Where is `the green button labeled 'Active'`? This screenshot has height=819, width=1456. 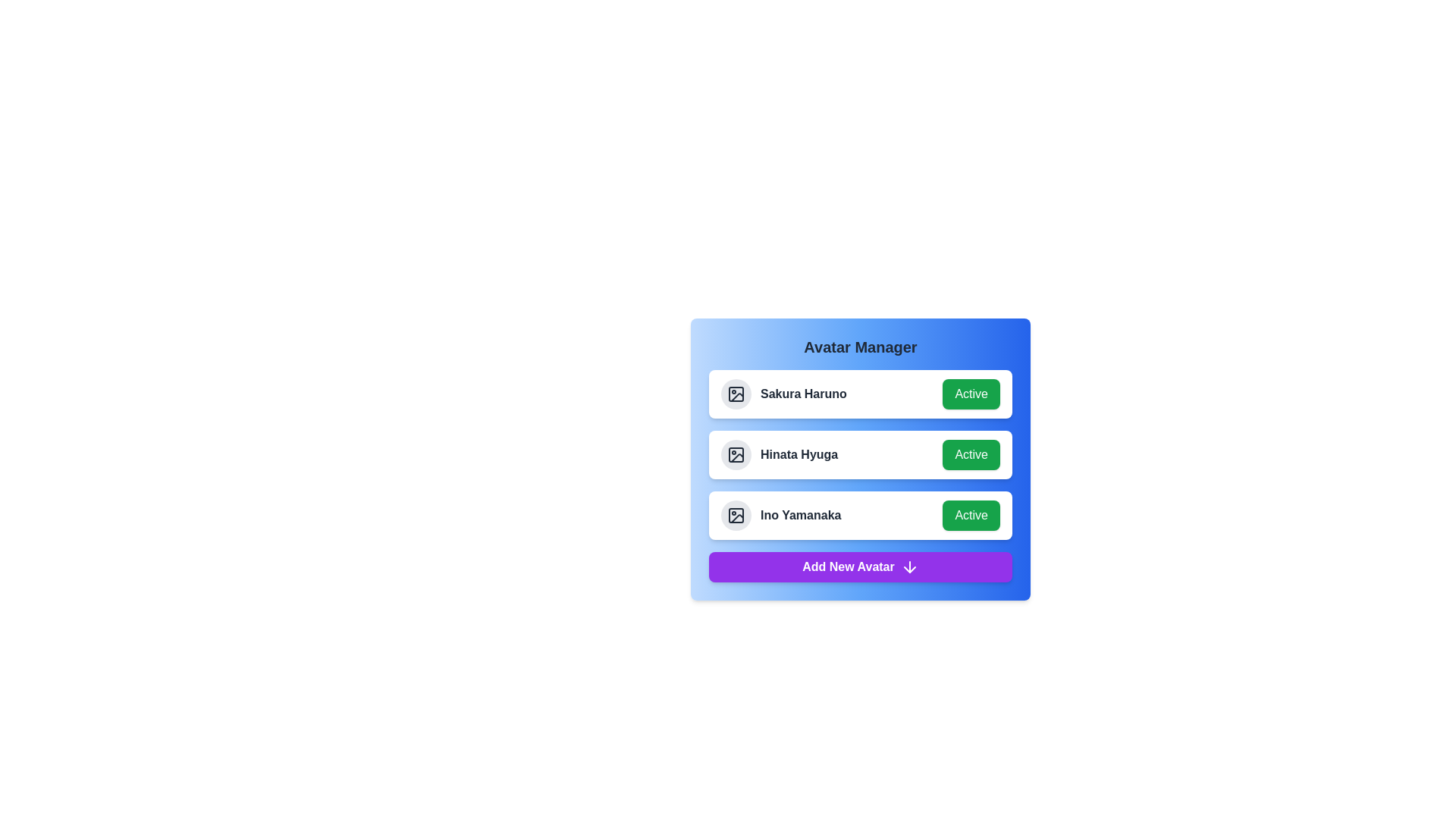
the green button labeled 'Active' is located at coordinates (971, 514).